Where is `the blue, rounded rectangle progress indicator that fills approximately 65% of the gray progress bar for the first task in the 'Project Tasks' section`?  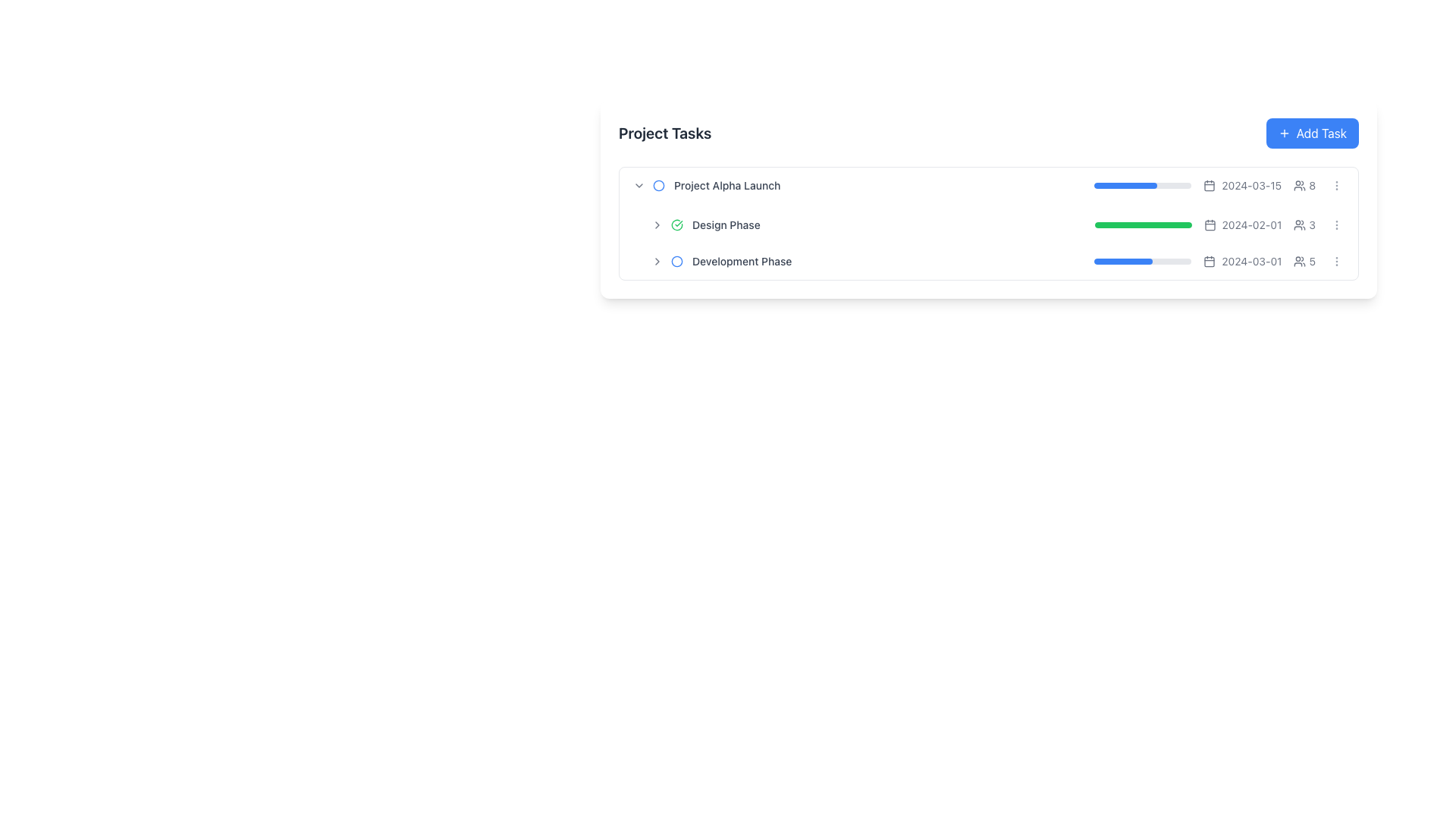
the blue, rounded rectangle progress indicator that fills approximately 65% of the gray progress bar for the first task in the 'Project Tasks' section is located at coordinates (1125, 185).